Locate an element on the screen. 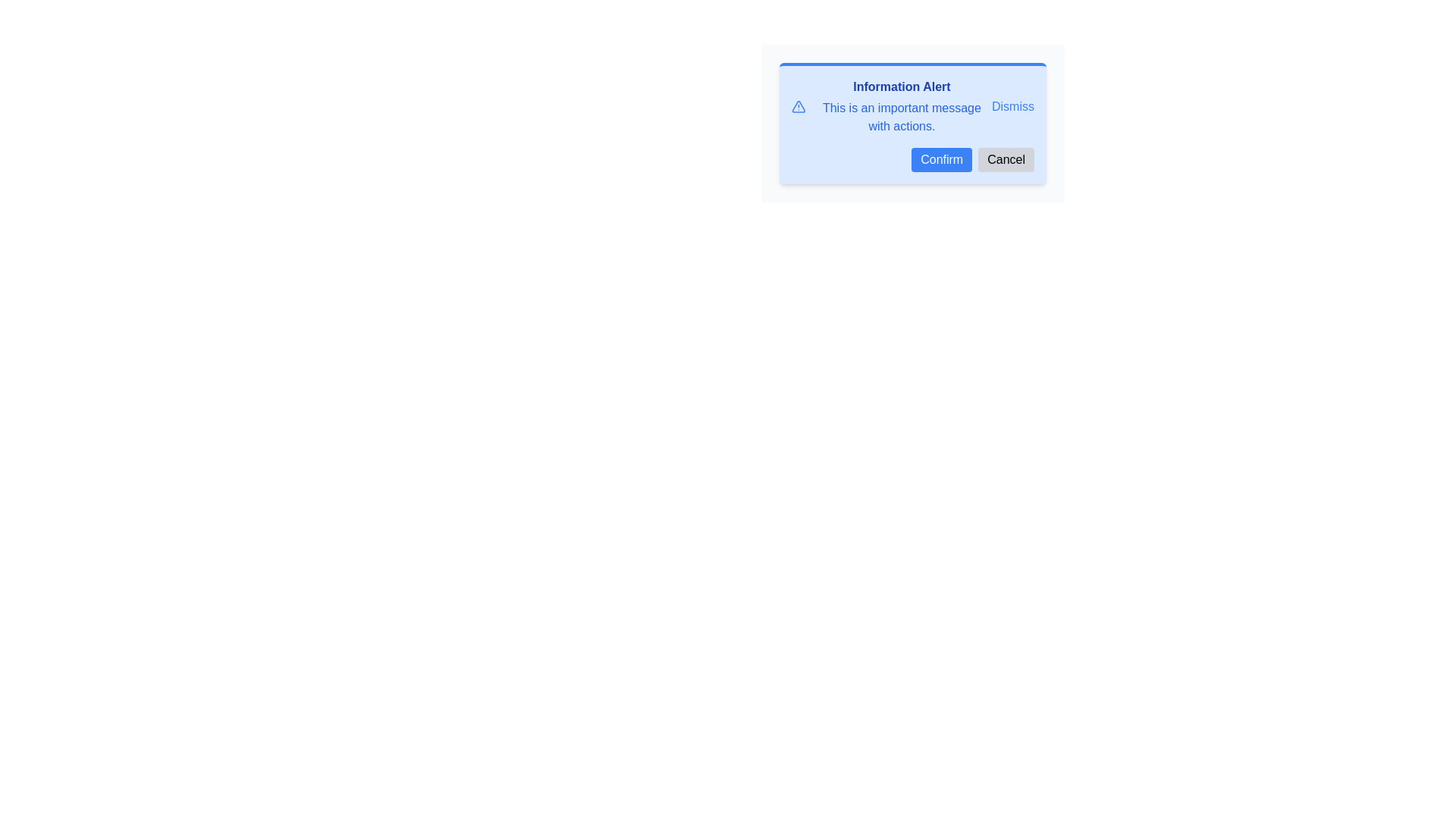 The width and height of the screenshot is (1456, 819). the warning icon located to the left of the 'Information Alert' text within the warning message box is located at coordinates (798, 106).